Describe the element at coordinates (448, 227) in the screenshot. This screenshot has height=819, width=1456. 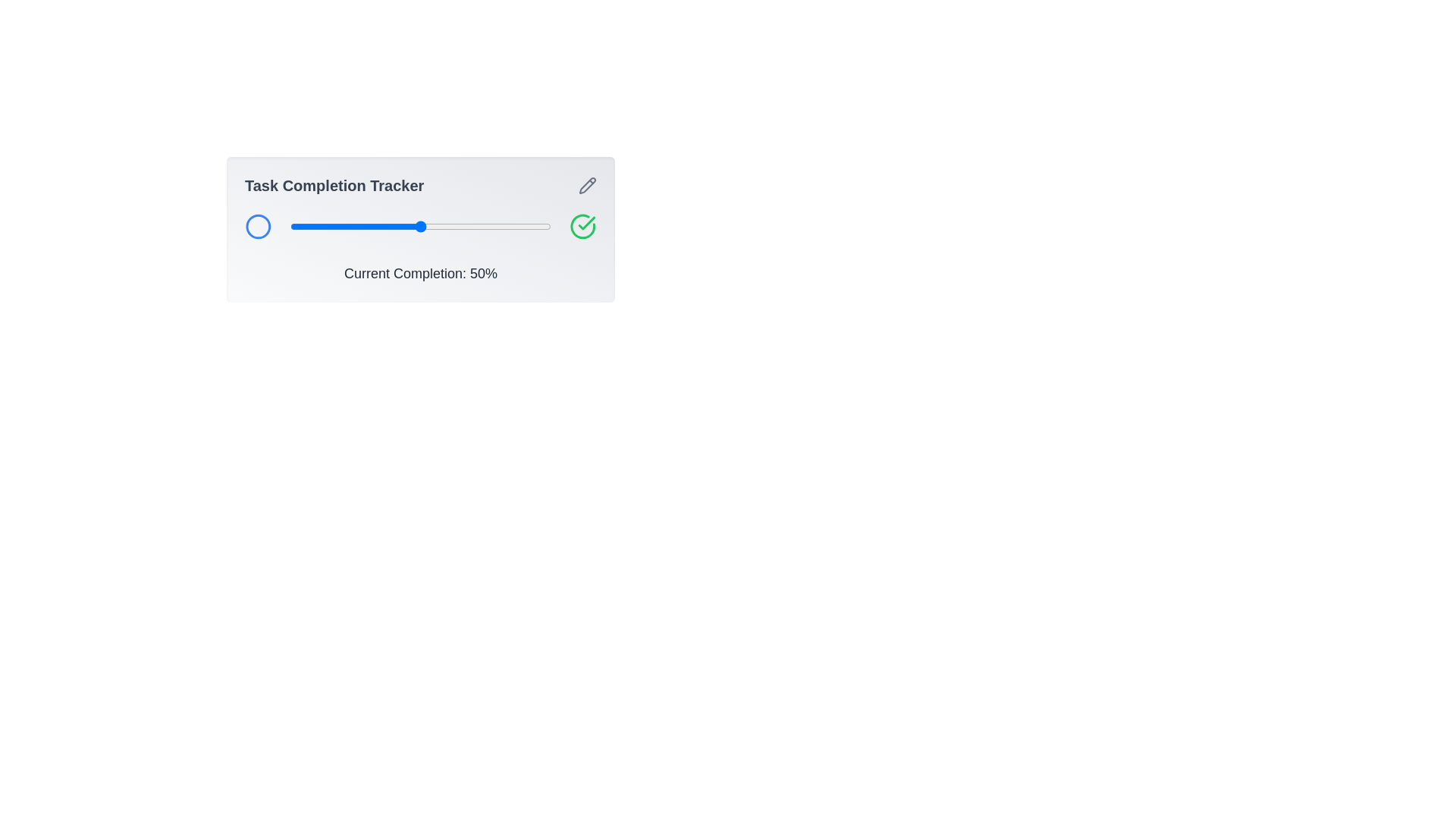
I see `the slider to set the task completion percentage to 61` at that location.